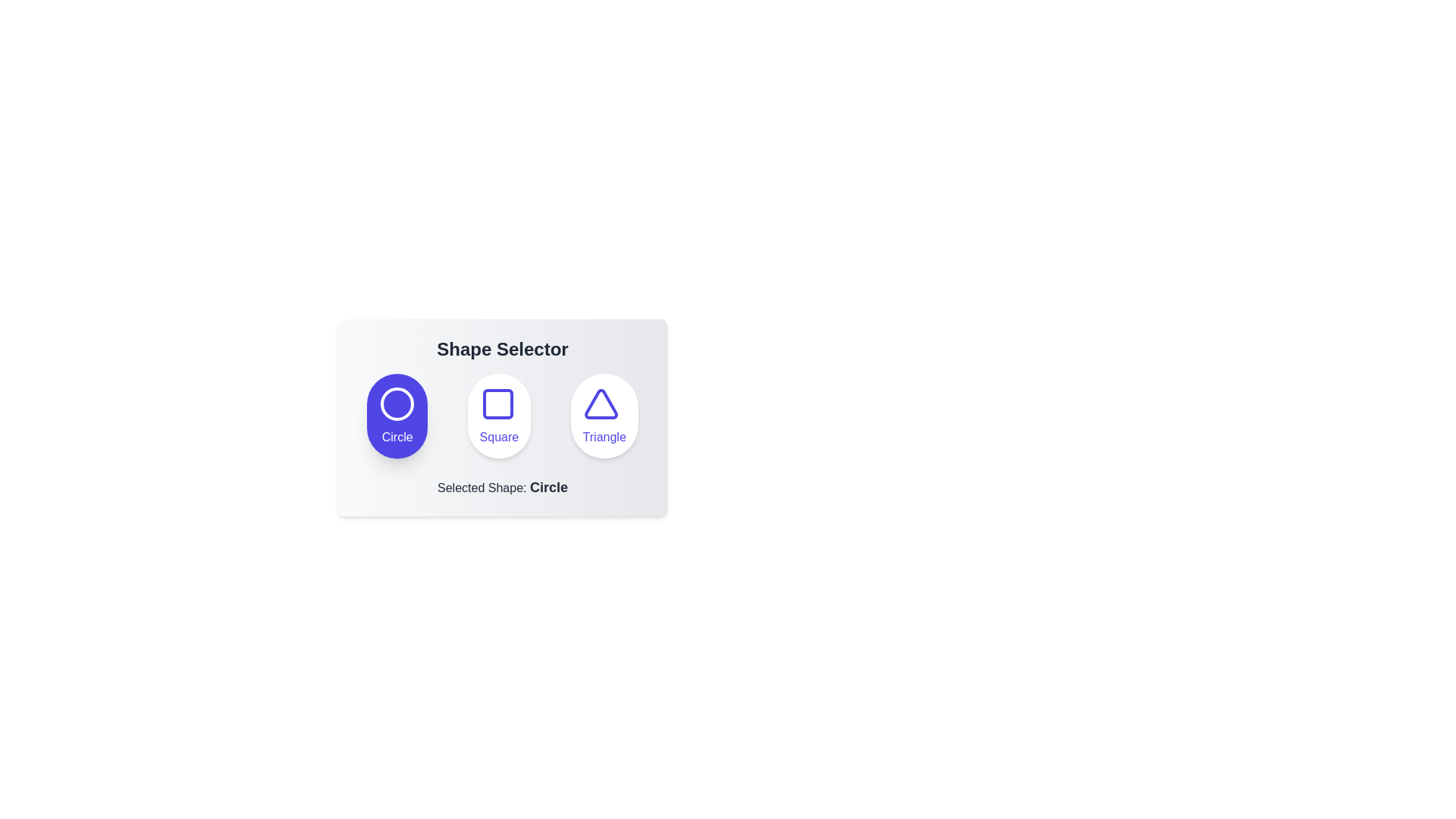  Describe the element at coordinates (604, 416) in the screenshot. I see `the Triangle button to select it` at that location.